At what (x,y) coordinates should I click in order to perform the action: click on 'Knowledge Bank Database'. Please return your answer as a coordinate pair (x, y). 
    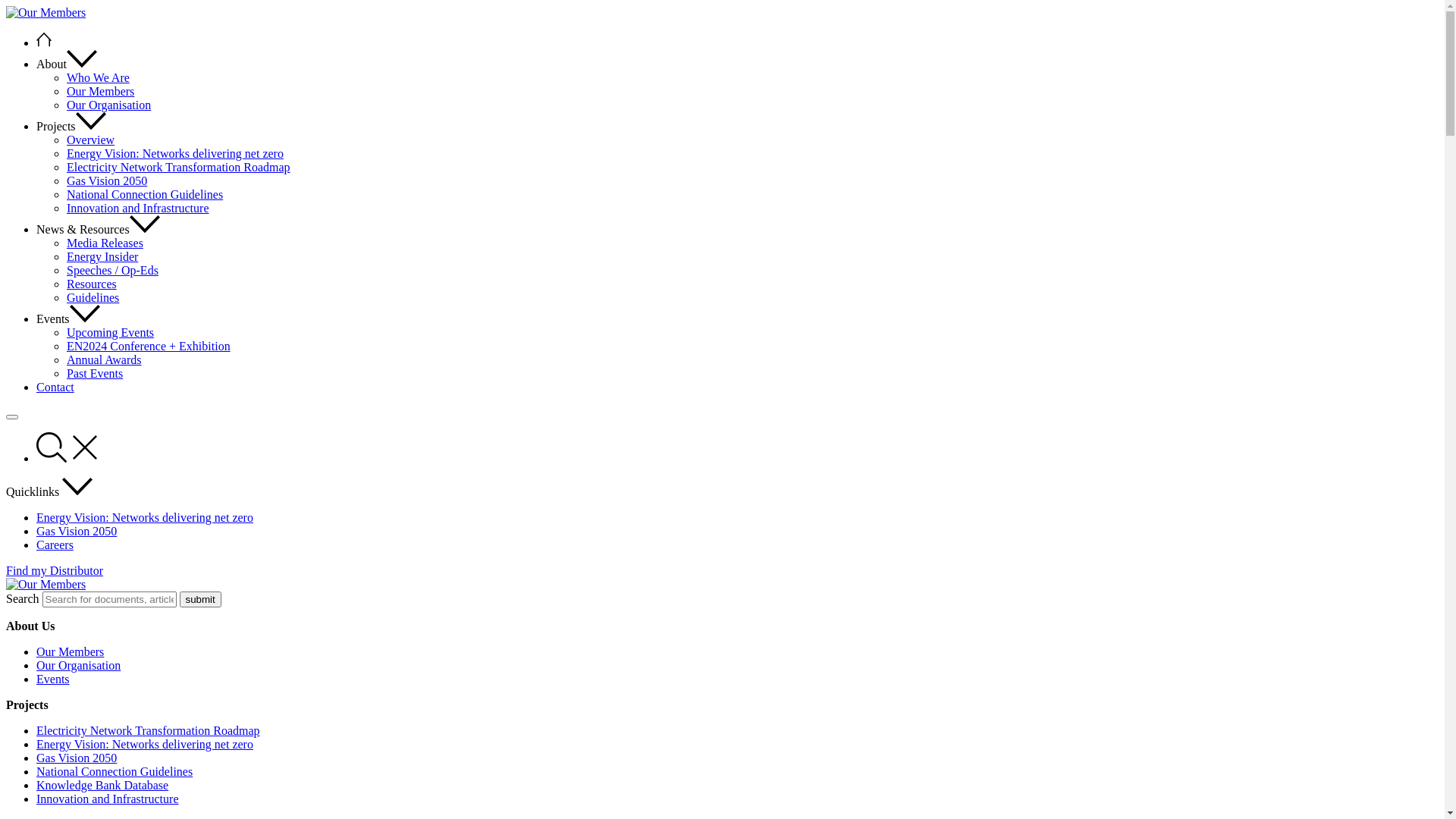
    Looking at the image, I should click on (101, 785).